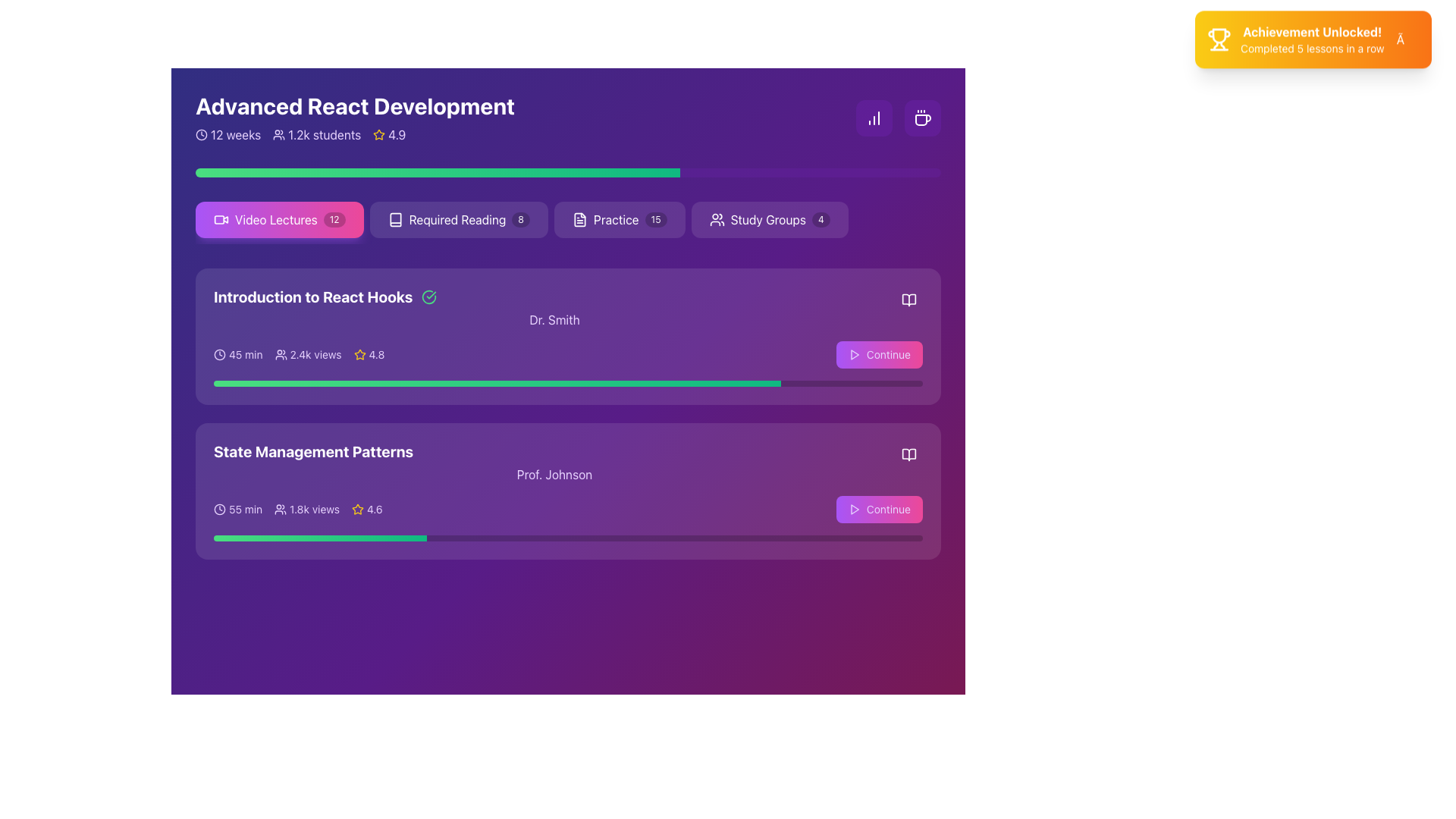 This screenshot has height=819, width=1456. Describe the element at coordinates (888, 509) in the screenshot. I see `the text label within the button component located at the bottom right of the 'State Management Patterns' section` at that location.